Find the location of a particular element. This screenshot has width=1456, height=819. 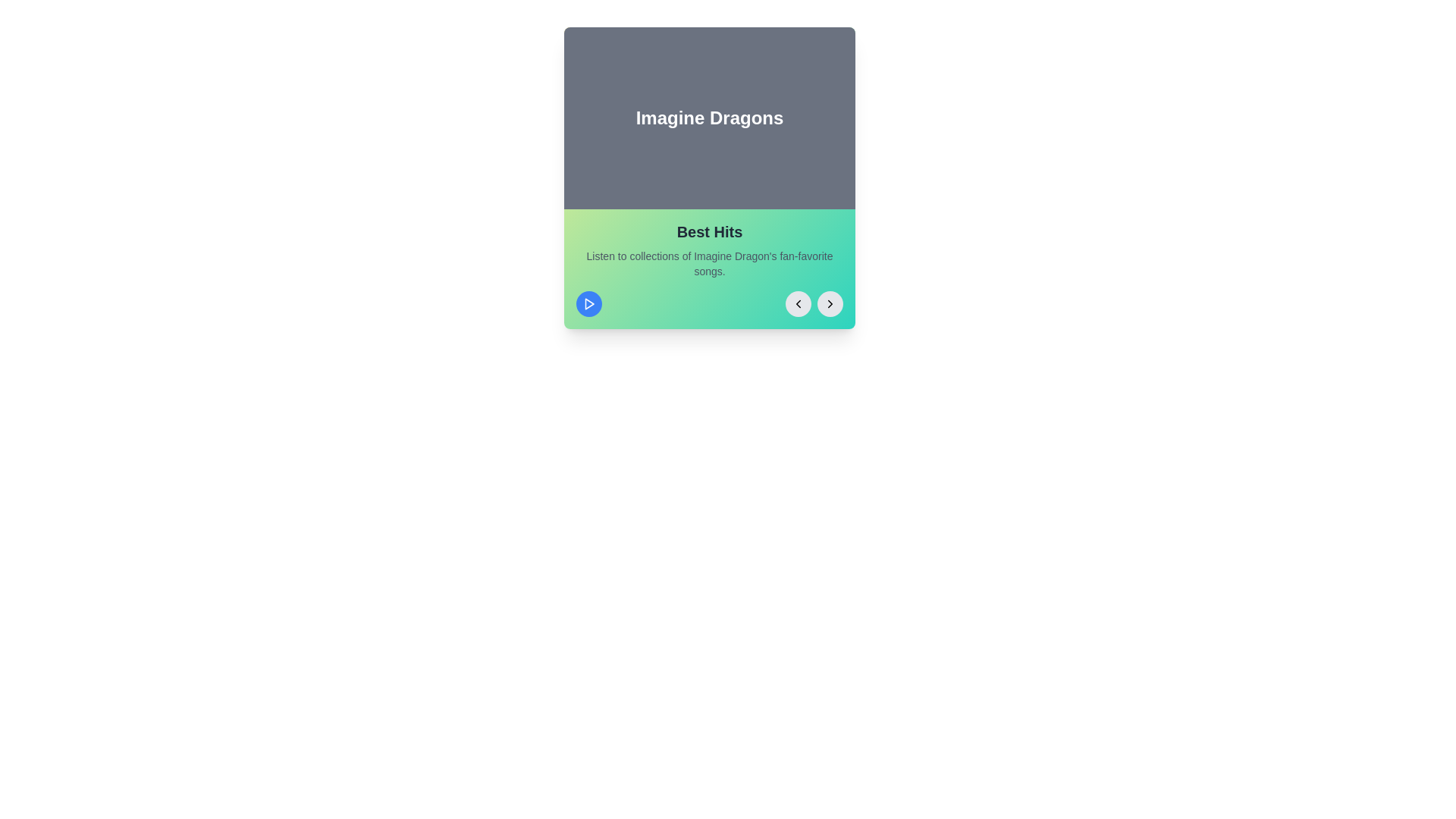

the right-pointing chevron arrow icon inside the circular button located at the bottom-right corner of the 'Imagine Dragons' card is located at coordinates (829, 304).